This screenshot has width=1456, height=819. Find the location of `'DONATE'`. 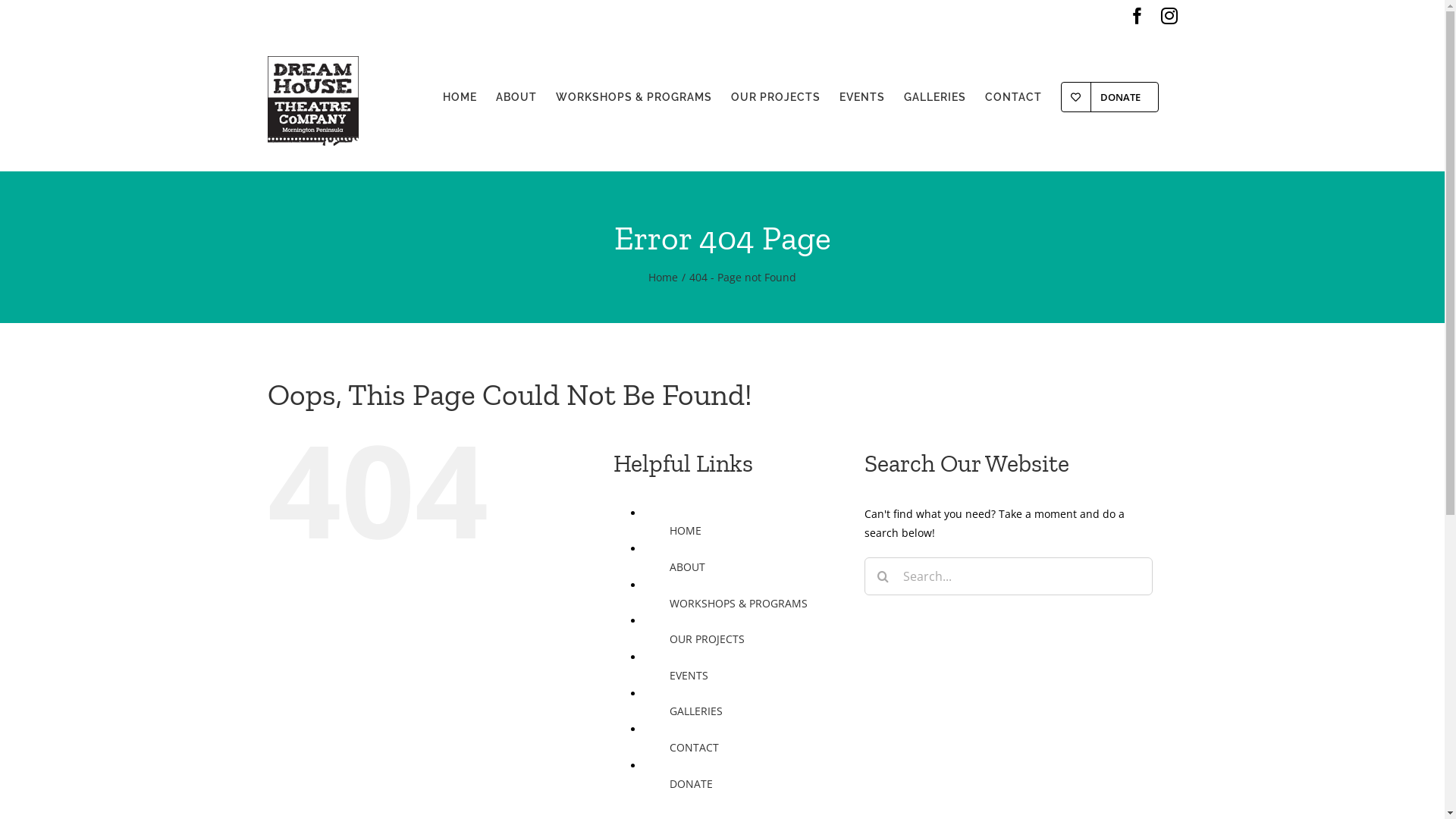

'DONATE' is located at coordinates (1109, 96).